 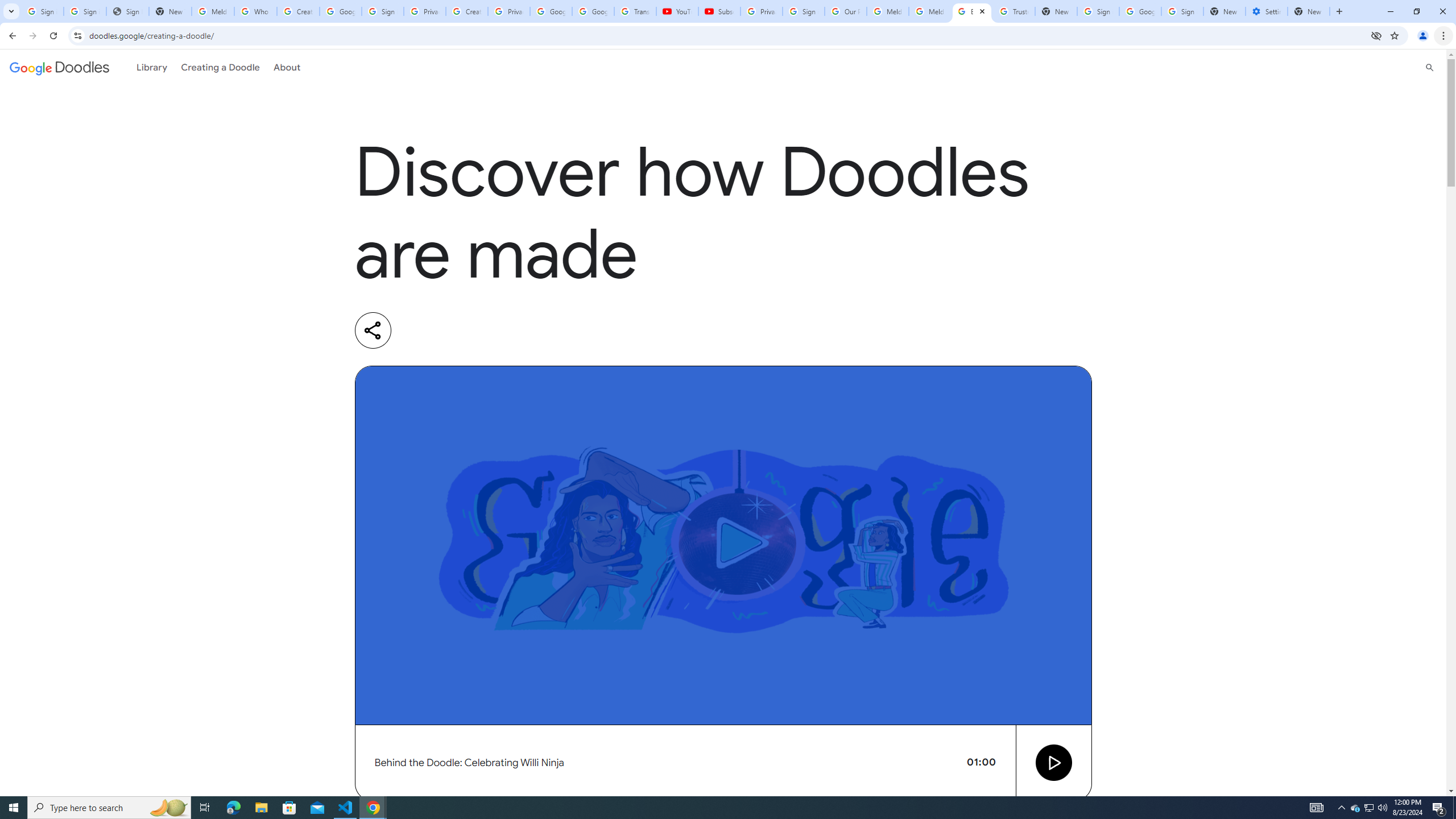 I want to click on 'Trusted Information and Content - Google Safety Center', so click(x=1014, y=11).